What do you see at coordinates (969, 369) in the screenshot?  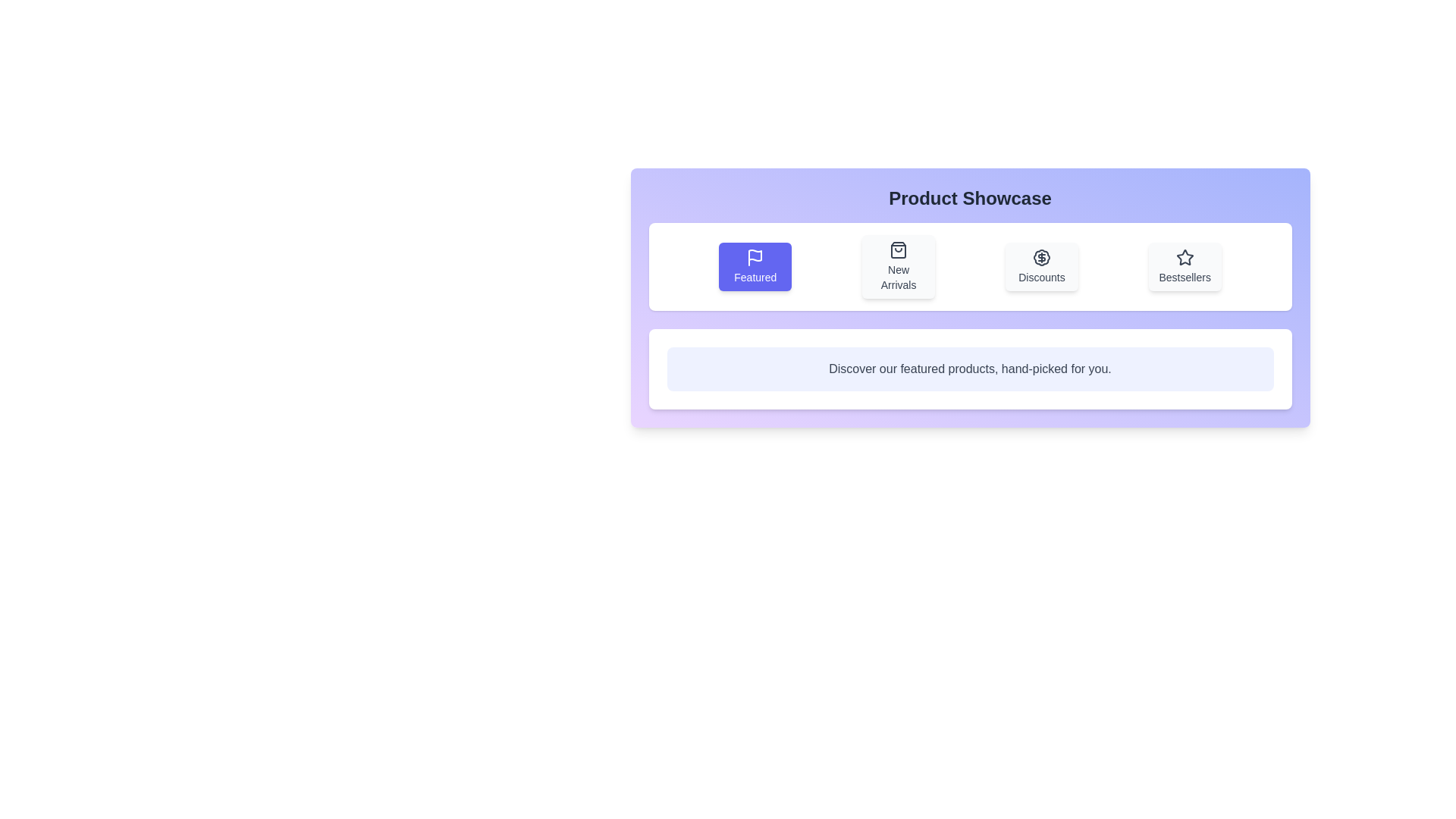 I see `text content from the Descriptive Text Block that displays 'Discover our featured products, hand-picked for you.'` at bounding box center [969, 369].